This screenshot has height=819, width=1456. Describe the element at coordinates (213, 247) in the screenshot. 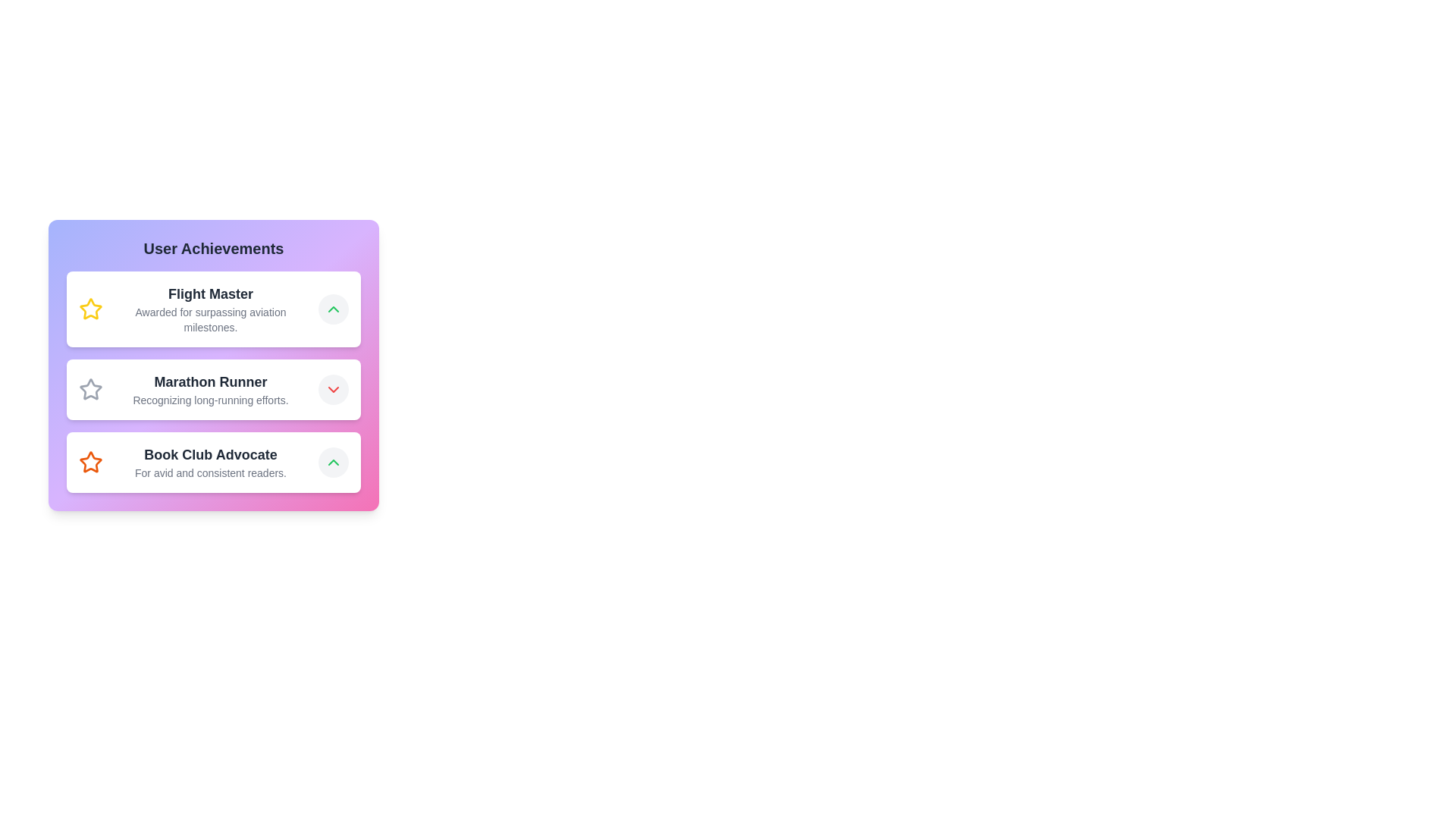

I see `the 'User Achievements' text heading, which is a bold, large-font title centered at the top of the award cards list` at that location.